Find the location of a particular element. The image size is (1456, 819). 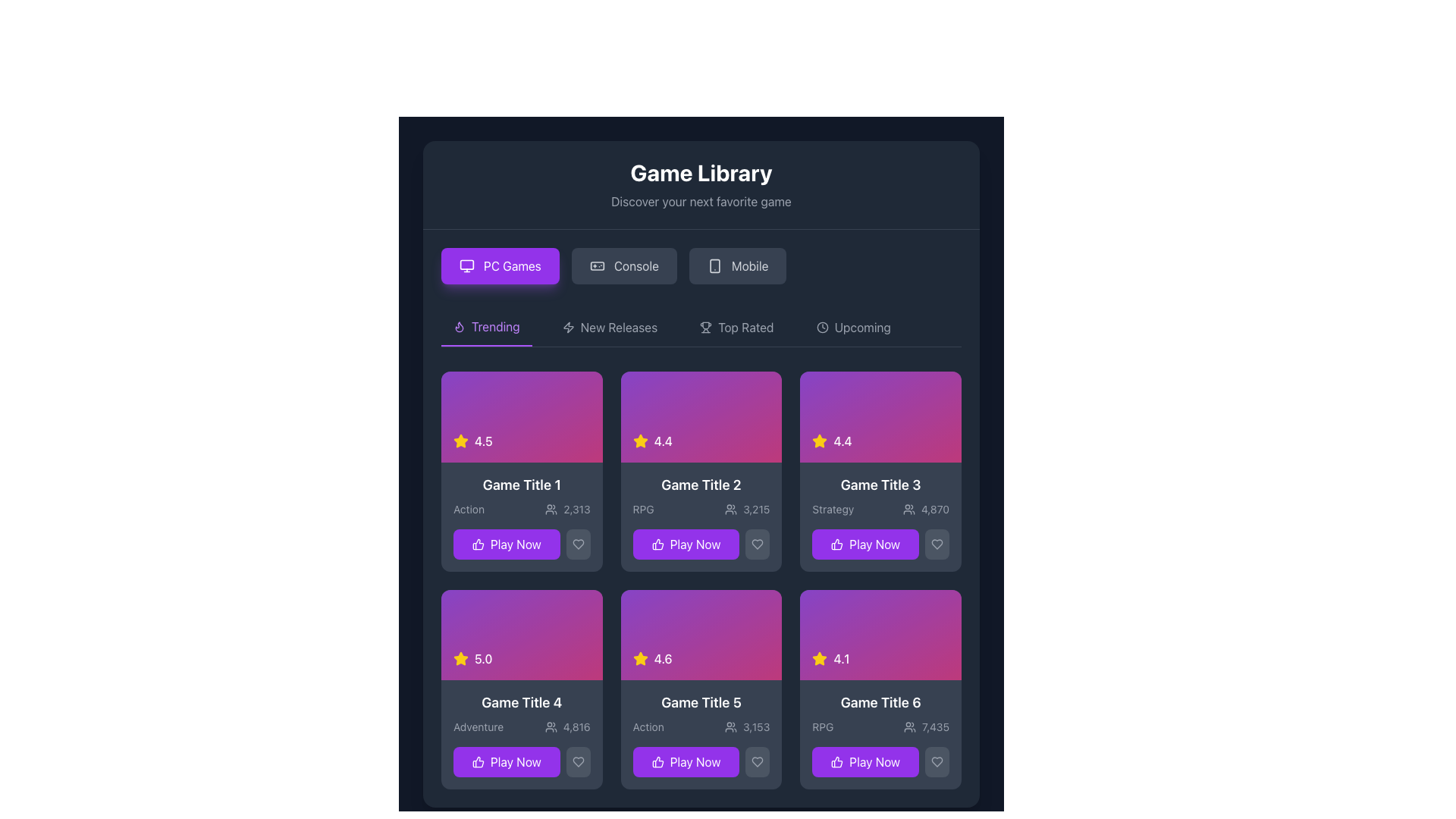

the trophy icon representing the Top Rated category, which is located in the navigation section right after the Trending and New Releases labels is located at coordinates (705, 327).